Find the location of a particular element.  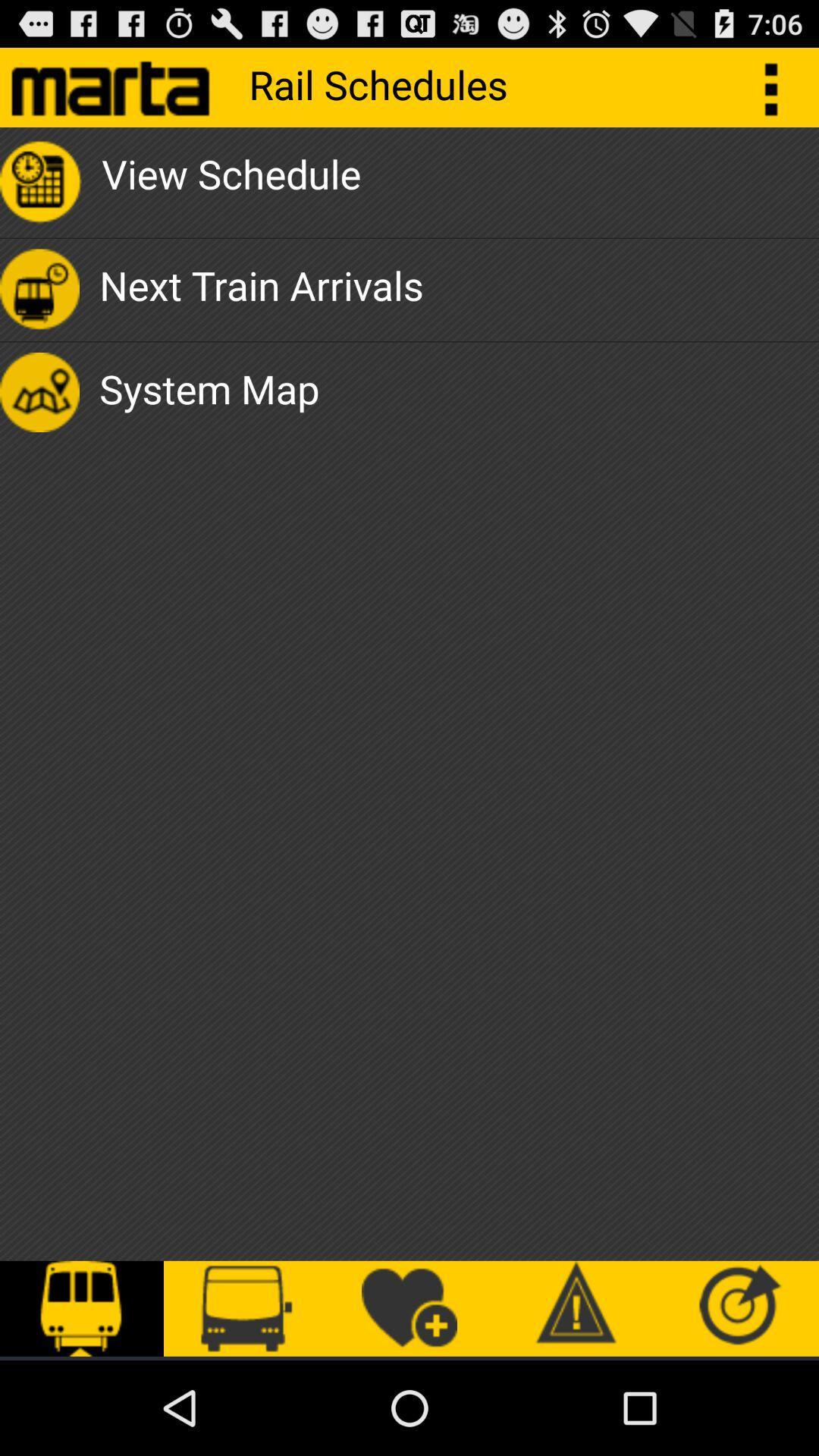

item to the right of the view schedule app is located at coordinates (779, 86).